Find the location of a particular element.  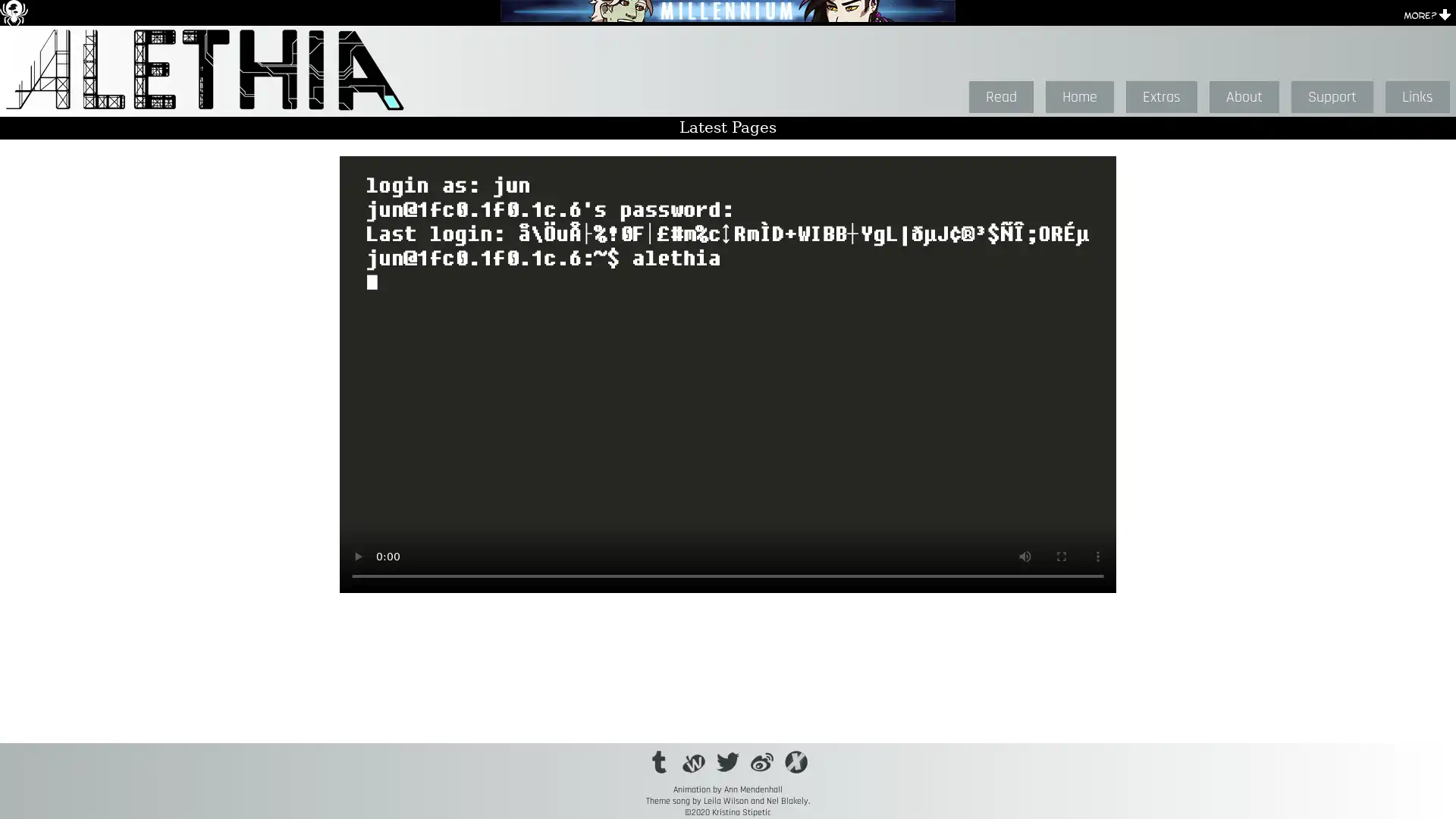

mute is located at coordinates (1025, 556).